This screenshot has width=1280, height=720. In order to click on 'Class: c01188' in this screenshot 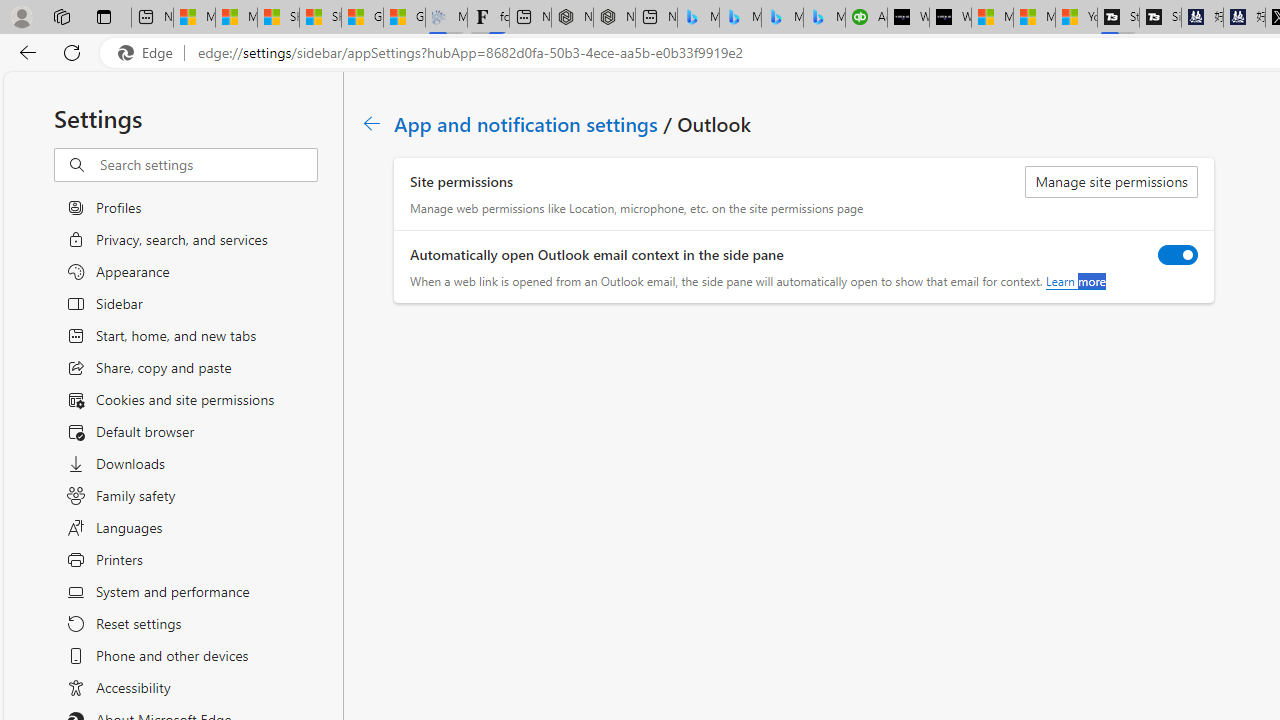, I will do `click(371, 123)`.